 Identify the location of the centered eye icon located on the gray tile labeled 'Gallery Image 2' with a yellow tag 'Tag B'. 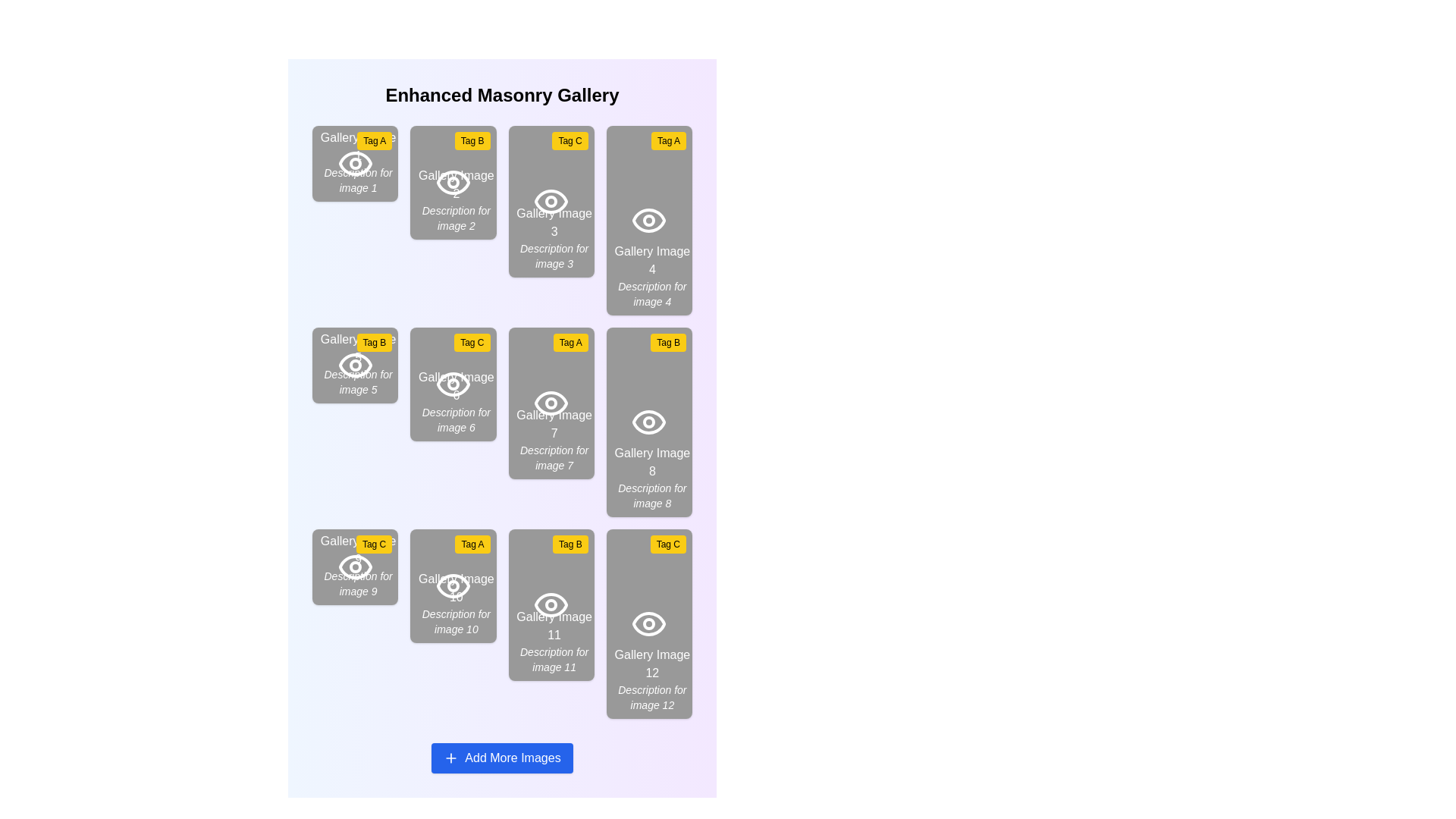
(452, 181).